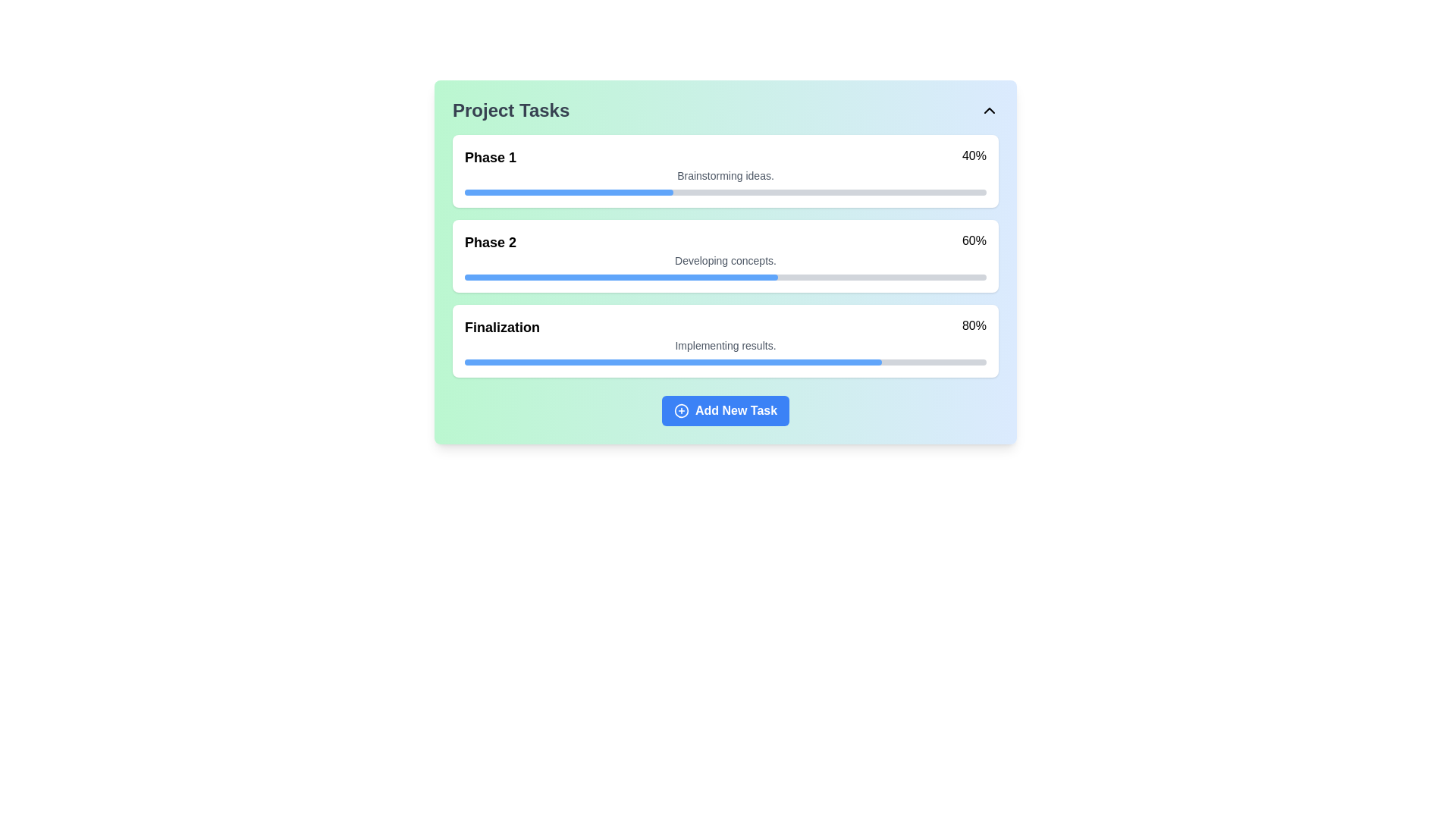 This screenshot has width=1456, height=819. I want to click on the third item in the task list that displays the name and completion percentage of a task, providing quick insights into its progress, so click(724, 327).